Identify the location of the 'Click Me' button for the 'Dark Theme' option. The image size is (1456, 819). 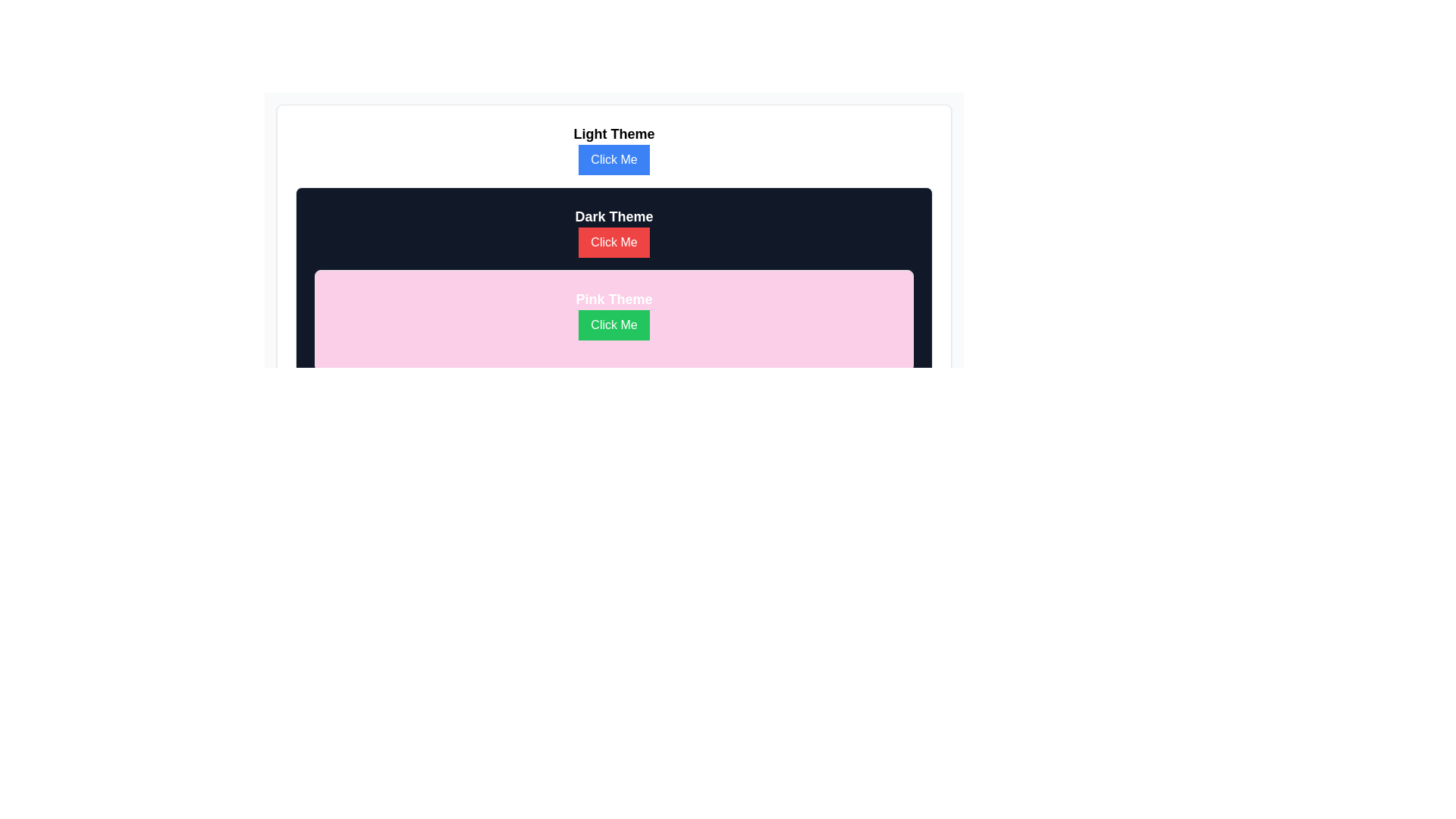
(614, 231).